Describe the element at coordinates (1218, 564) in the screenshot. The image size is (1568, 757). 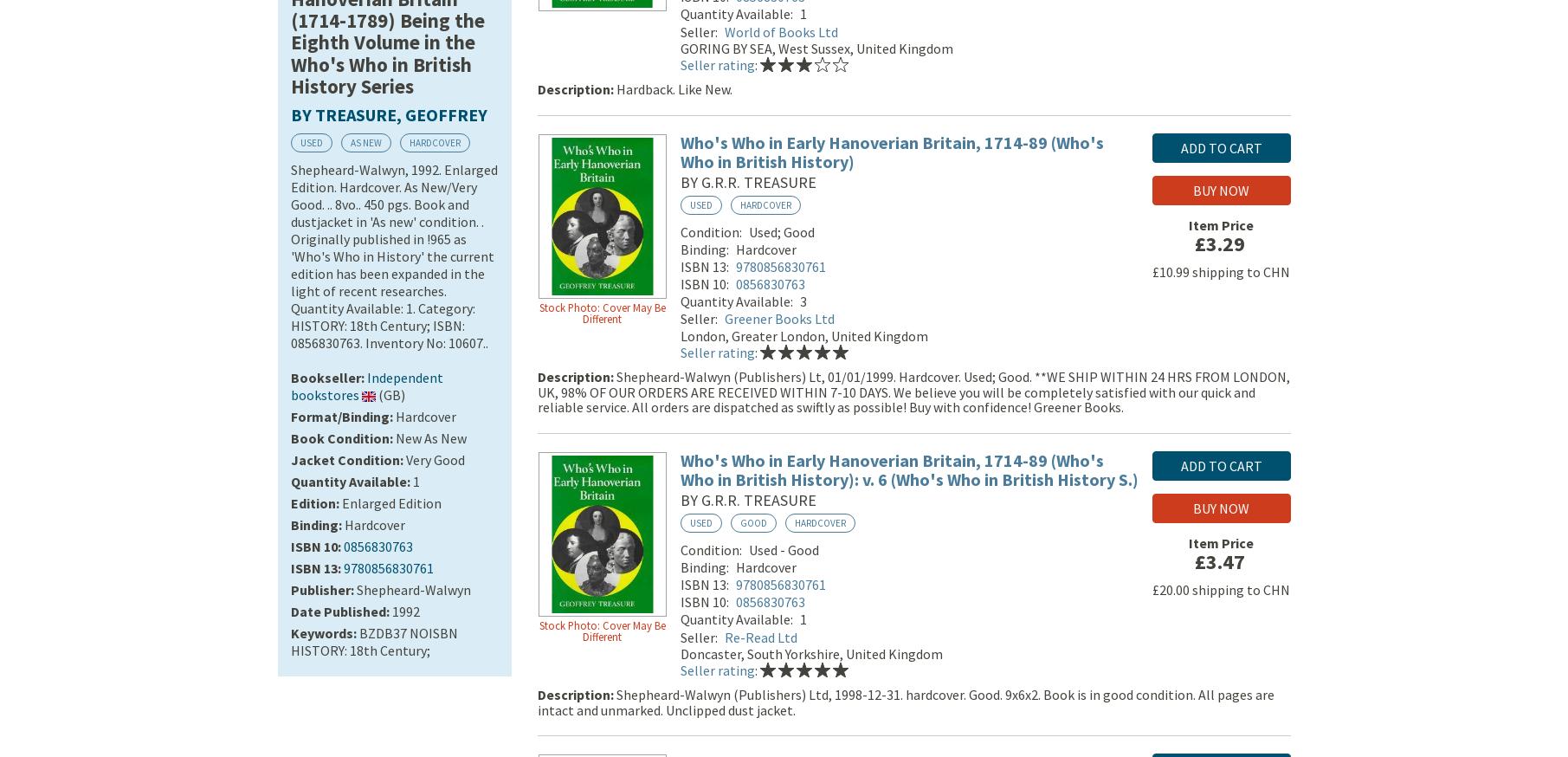
I see `'£3.47'` at that location.